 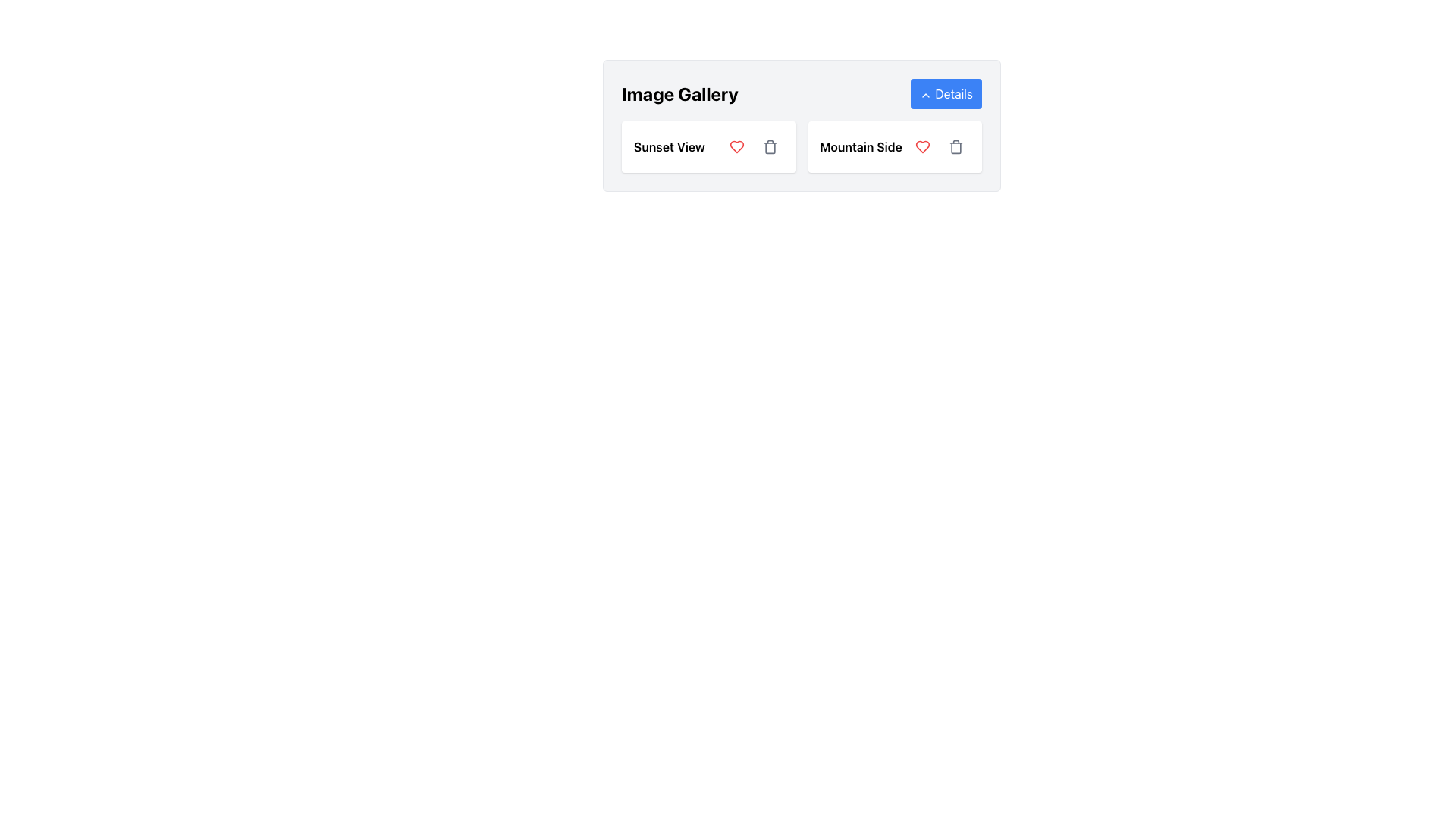 I want to click on the trash can icon located on the right end of the 'Mountain Side' card in the 'Image Gallery' interface, so click(x=955, y=146).